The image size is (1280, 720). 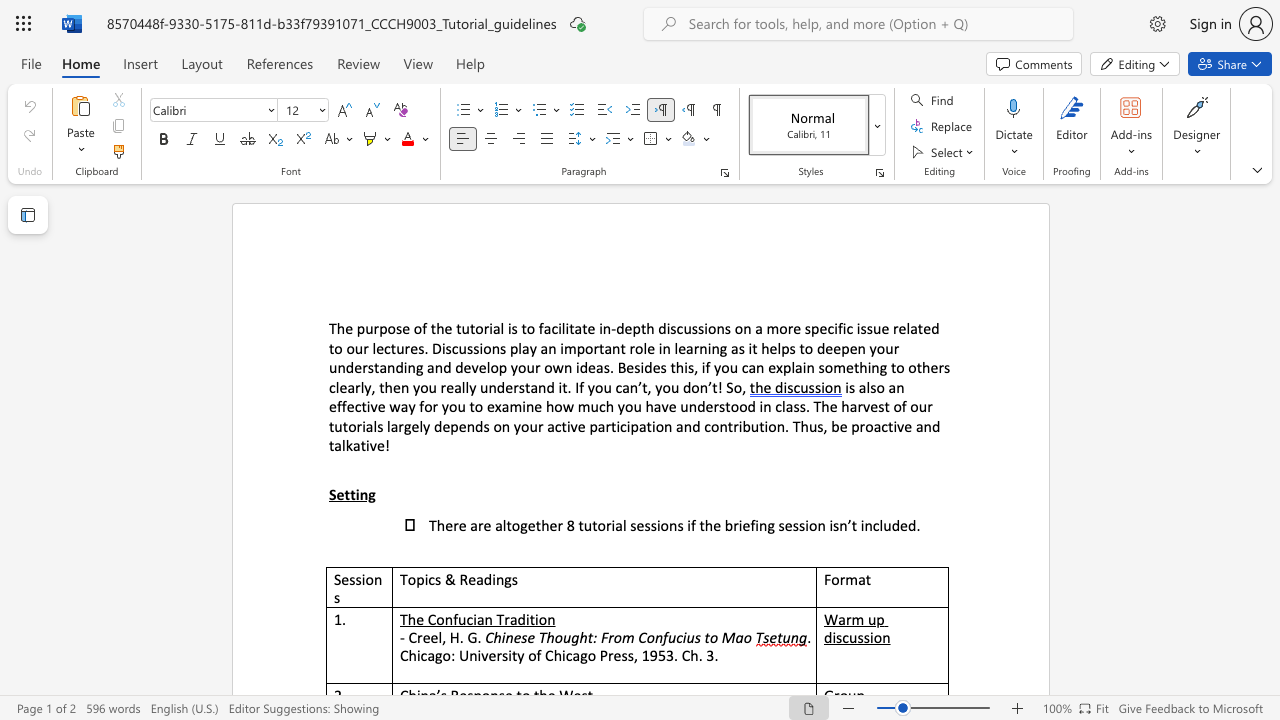 I want to click on the 1th character "b" in the text, so click(x=727, y=524).